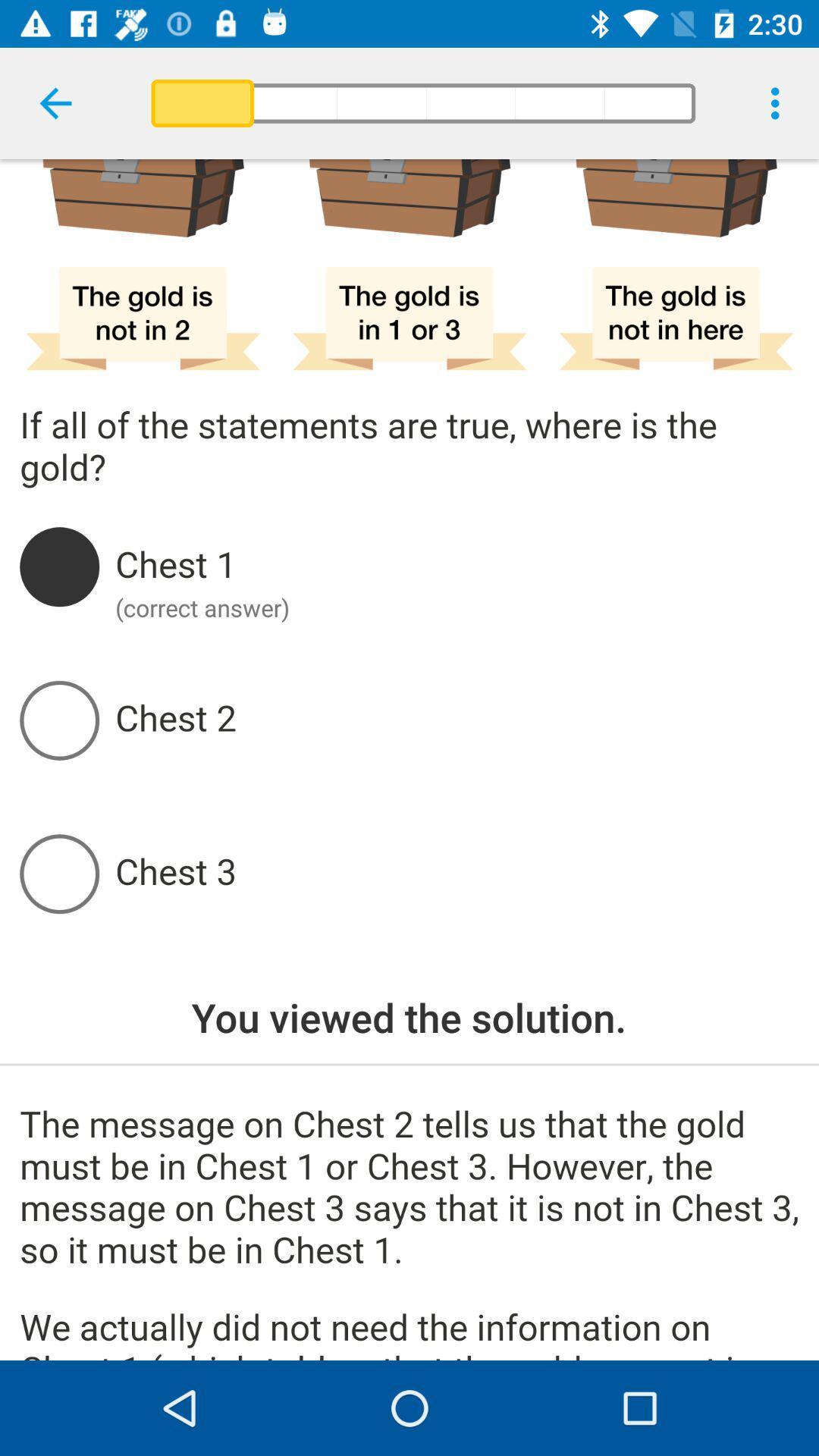  Describe the element at coordinates (456, 566) in the screenshot. I see `chest 1` at that location.